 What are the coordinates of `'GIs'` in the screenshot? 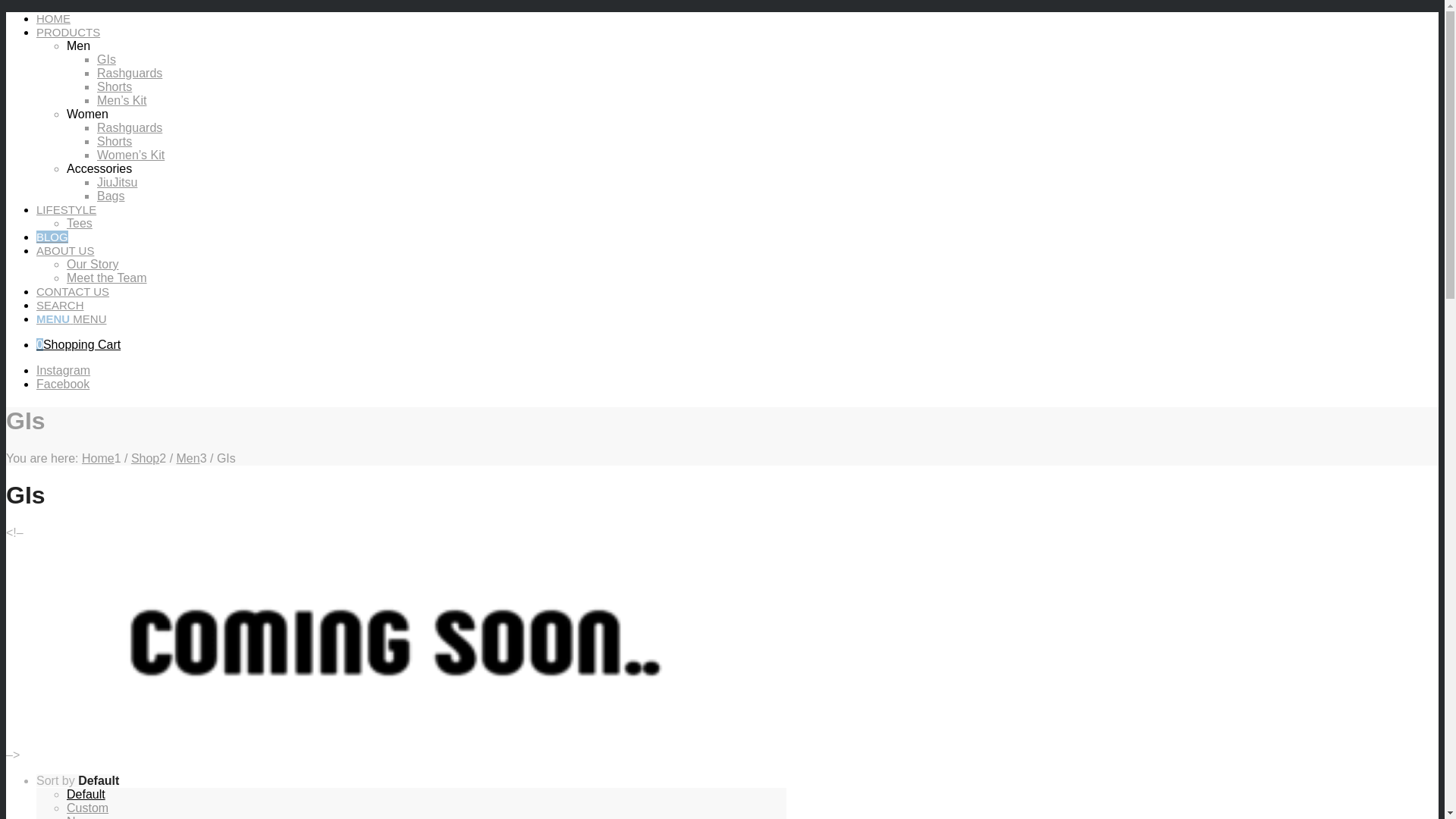 It's located at (105, 58).